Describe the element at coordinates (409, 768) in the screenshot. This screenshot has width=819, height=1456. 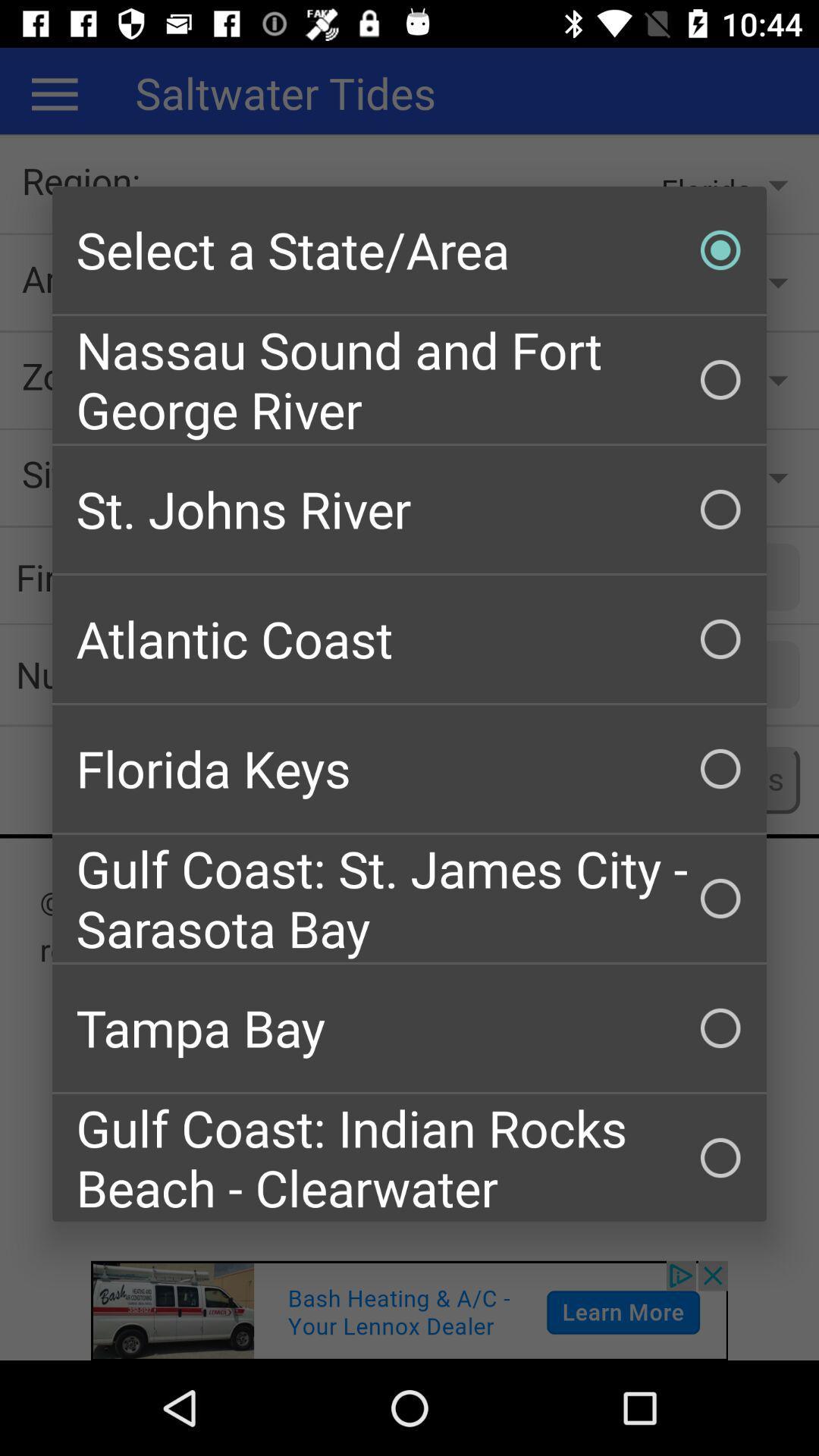
I see `checkbox below atlantic coast` at that location.